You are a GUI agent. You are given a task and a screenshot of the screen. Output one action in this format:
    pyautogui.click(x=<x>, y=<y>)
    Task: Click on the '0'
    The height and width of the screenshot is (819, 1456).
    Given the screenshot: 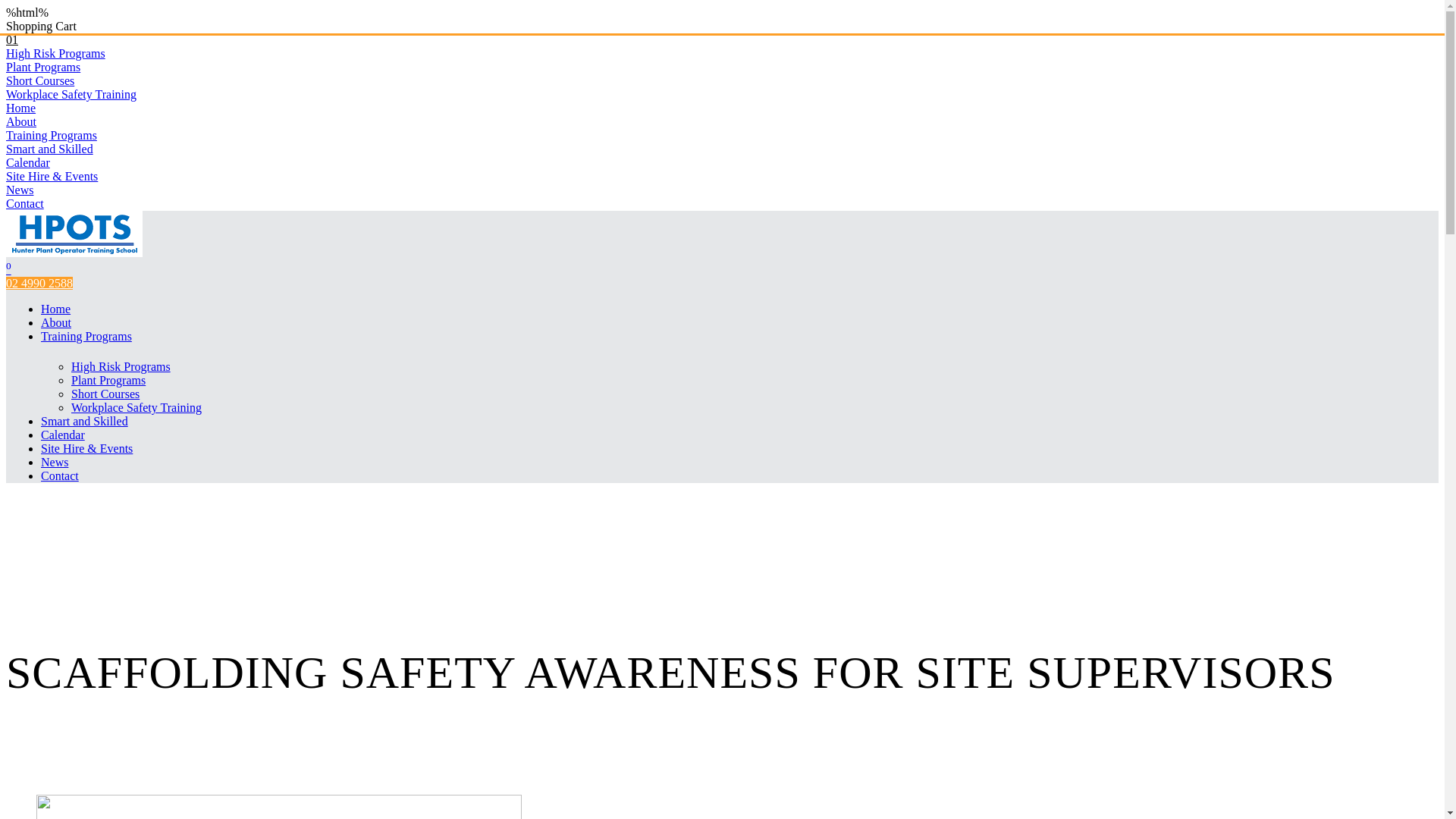 What is the action you would take?
    pyautogui.click(x=8, y=268)
    